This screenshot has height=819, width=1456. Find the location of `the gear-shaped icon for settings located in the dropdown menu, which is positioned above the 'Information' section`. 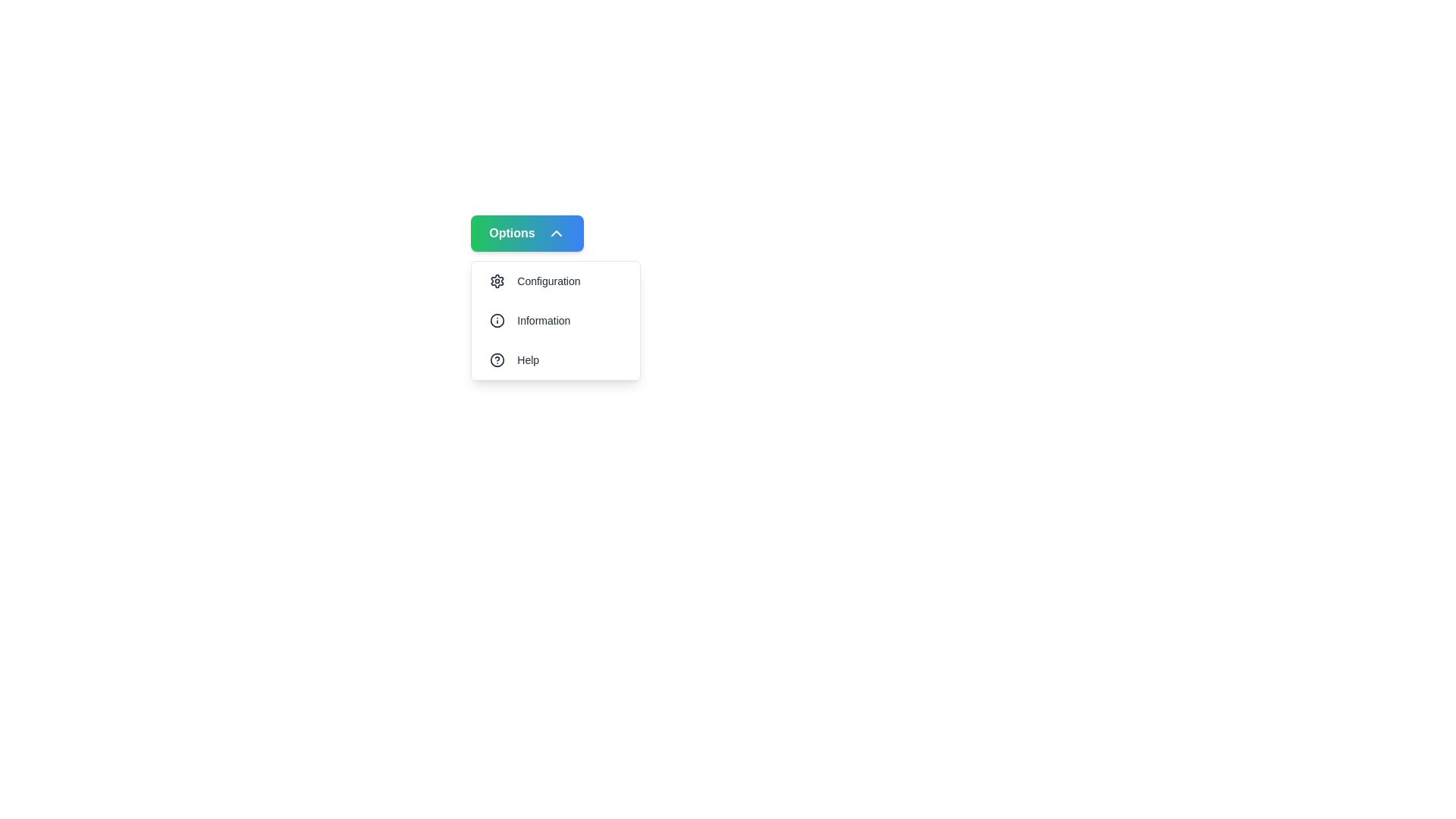

the gear-shaped icon for settings located in the dropdown menu, which is positioned above the 'Information' section is located at coordinates (497, 281).